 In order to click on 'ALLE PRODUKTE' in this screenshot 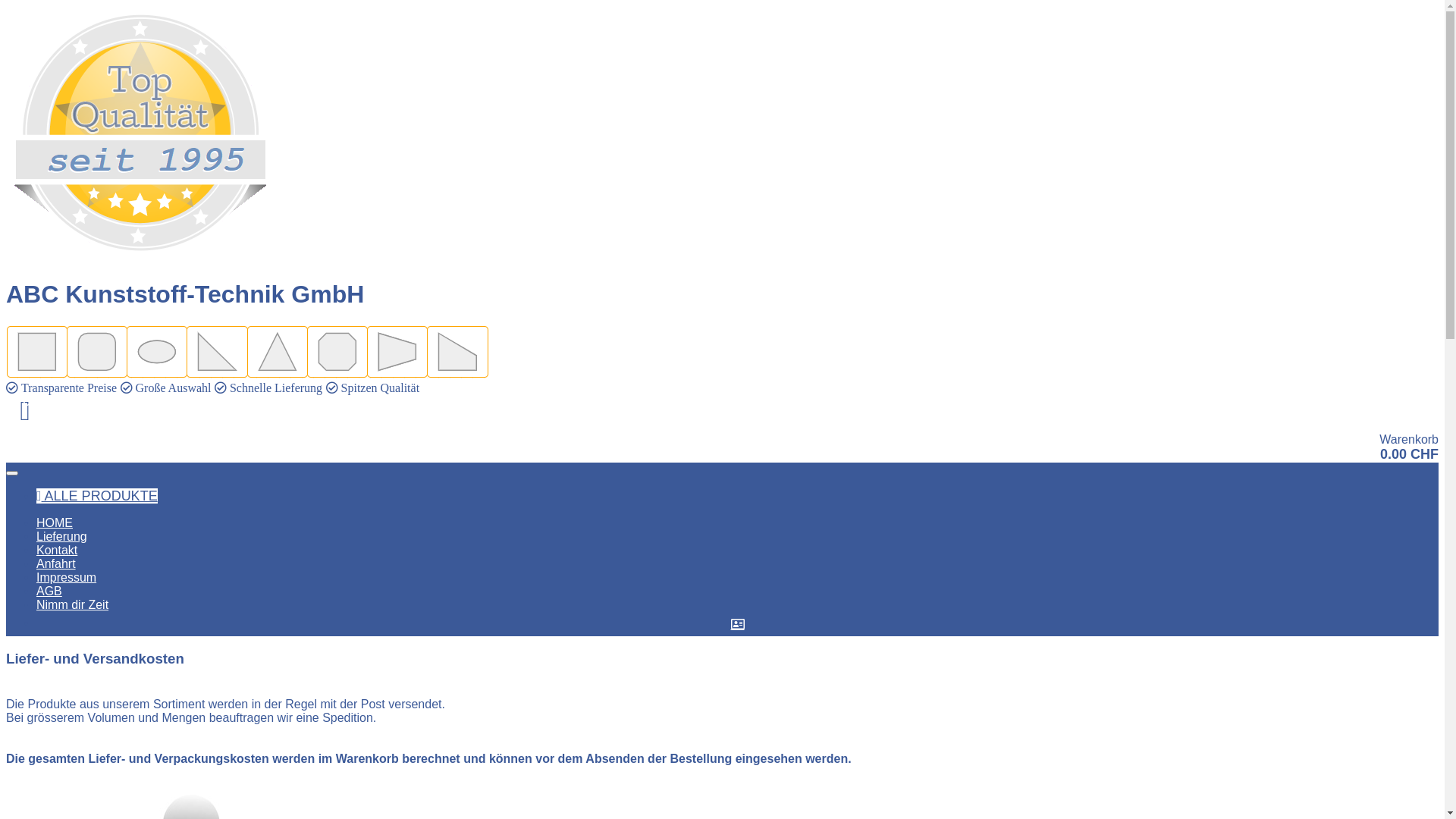, I will do `click(96, 496)`.